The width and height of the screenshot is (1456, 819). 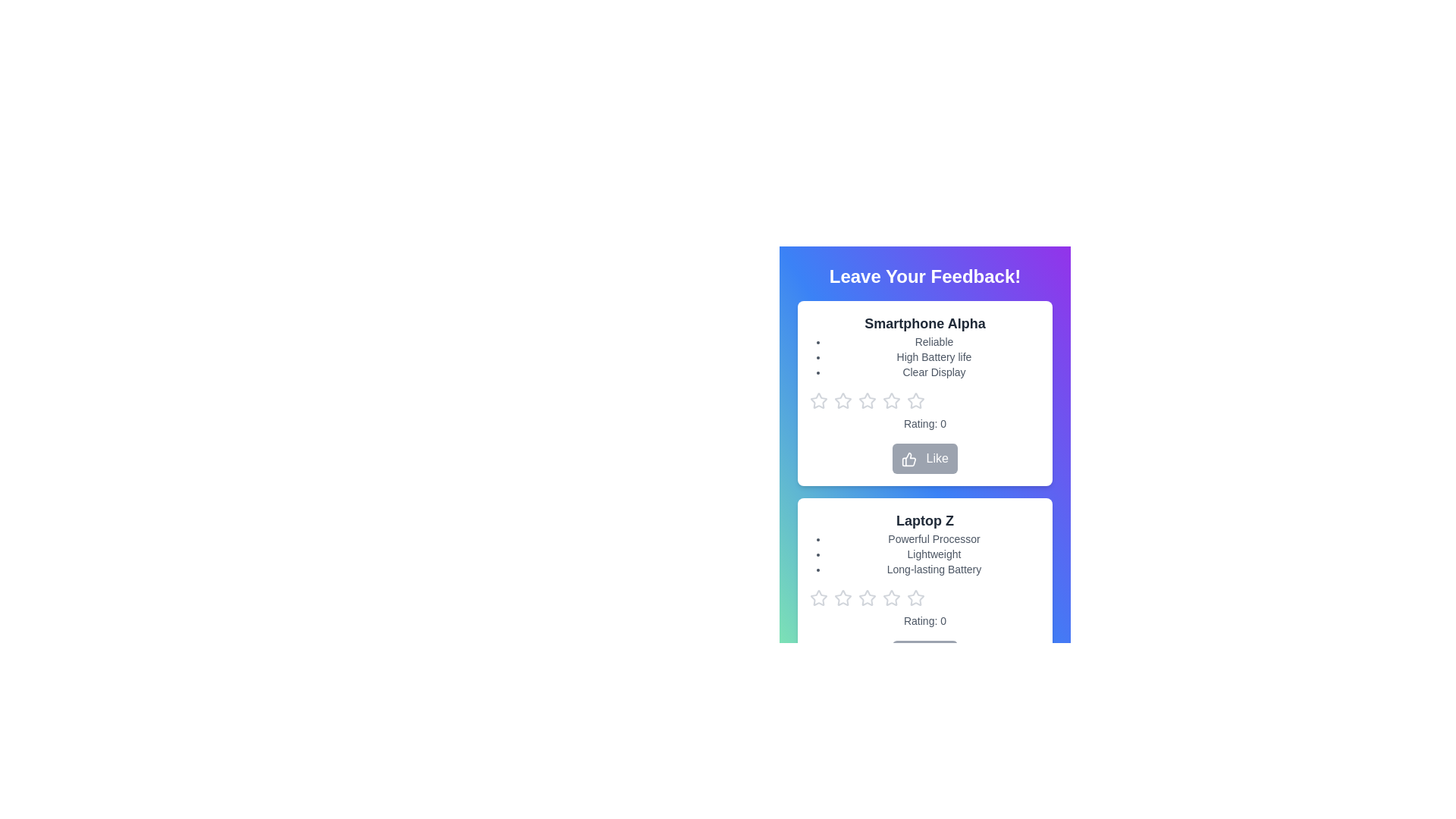 What do you see at coordinates (924, 424) in the screenshot?
I see `the text display showing 'Rating: 0', which is styled in gray and located below the row of stars for 'Smartphone Alpha'` at bounding box center [924, 424].